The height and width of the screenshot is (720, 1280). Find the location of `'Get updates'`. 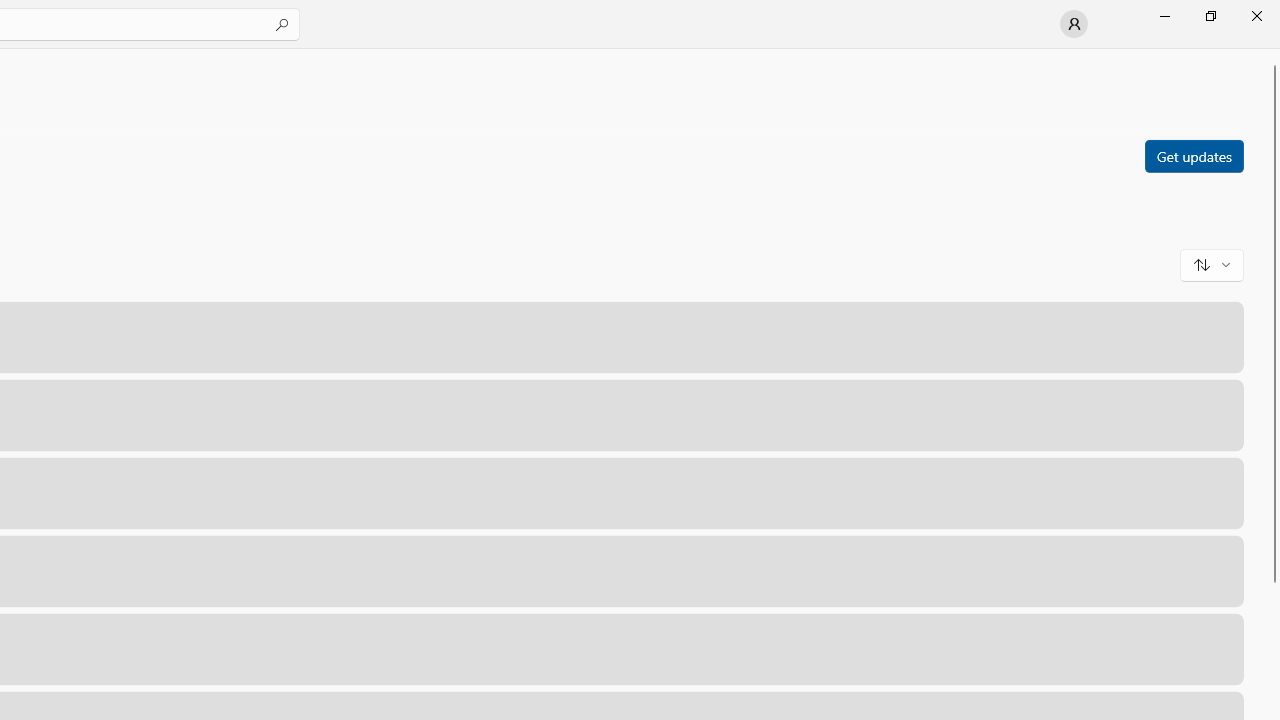

'Get updates' is located at coordinates (1193, 154).